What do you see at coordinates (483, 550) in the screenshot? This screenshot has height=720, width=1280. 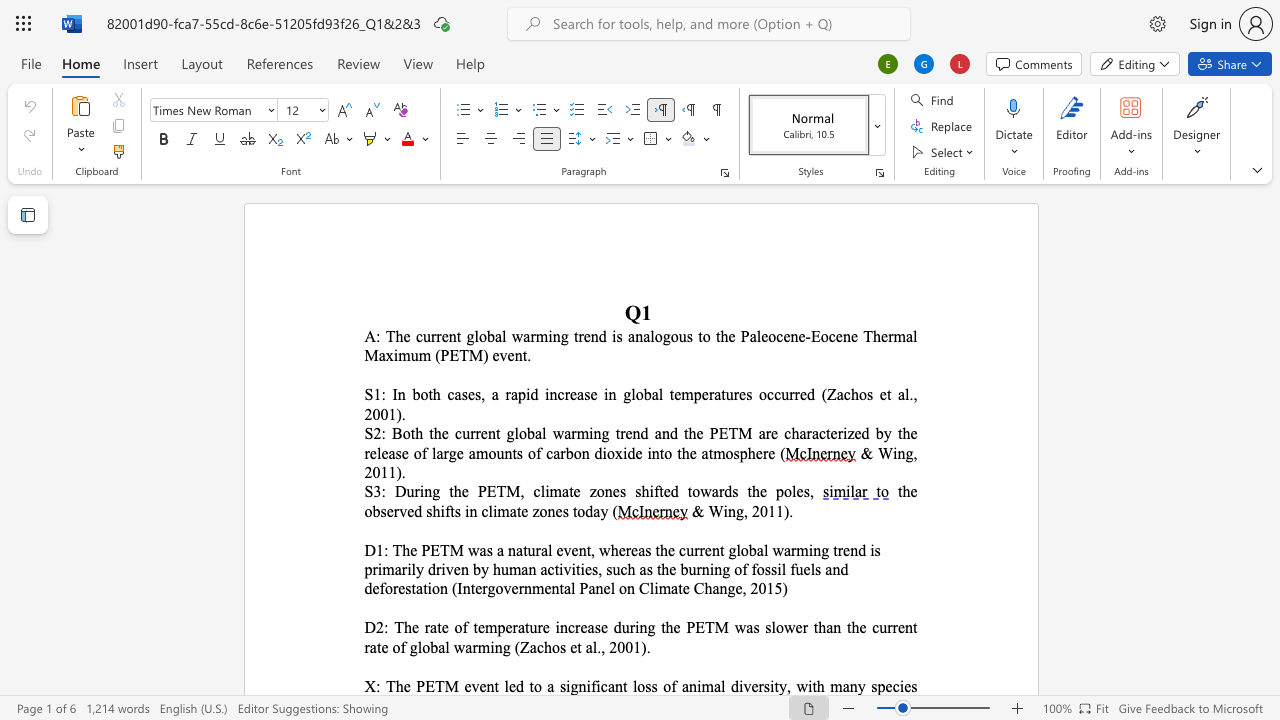 I see `the 1th character "a" in the text` at bounding box center [483, 550].